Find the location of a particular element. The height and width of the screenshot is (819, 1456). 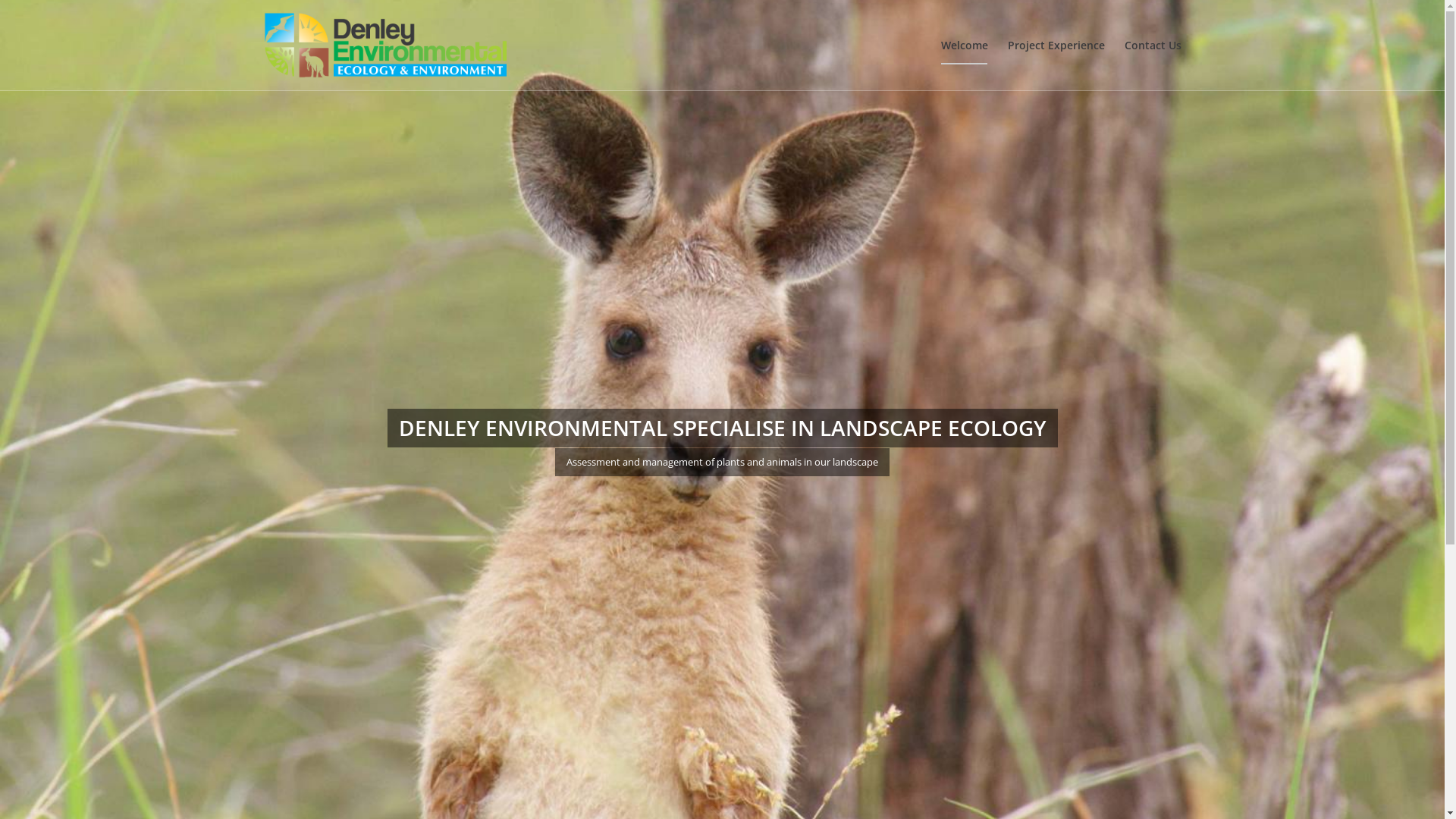

'Contact Us' is located at coordinates (1147, 45).